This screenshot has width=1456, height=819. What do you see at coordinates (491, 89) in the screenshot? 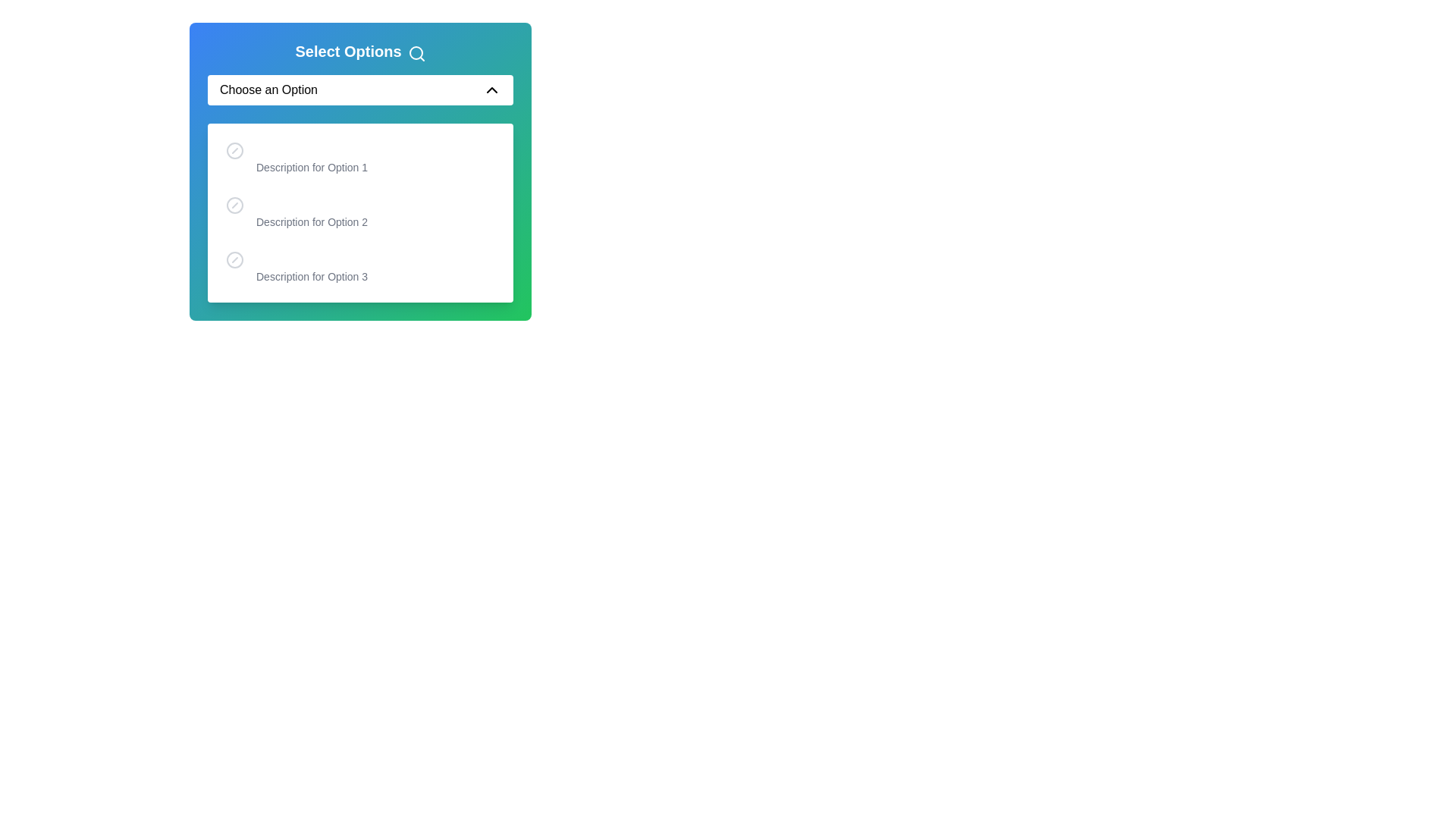
I see `the Chevron icon located at the top-right corner of the 'Choose an Option' dropdown field` at bounding box center [491, 89].